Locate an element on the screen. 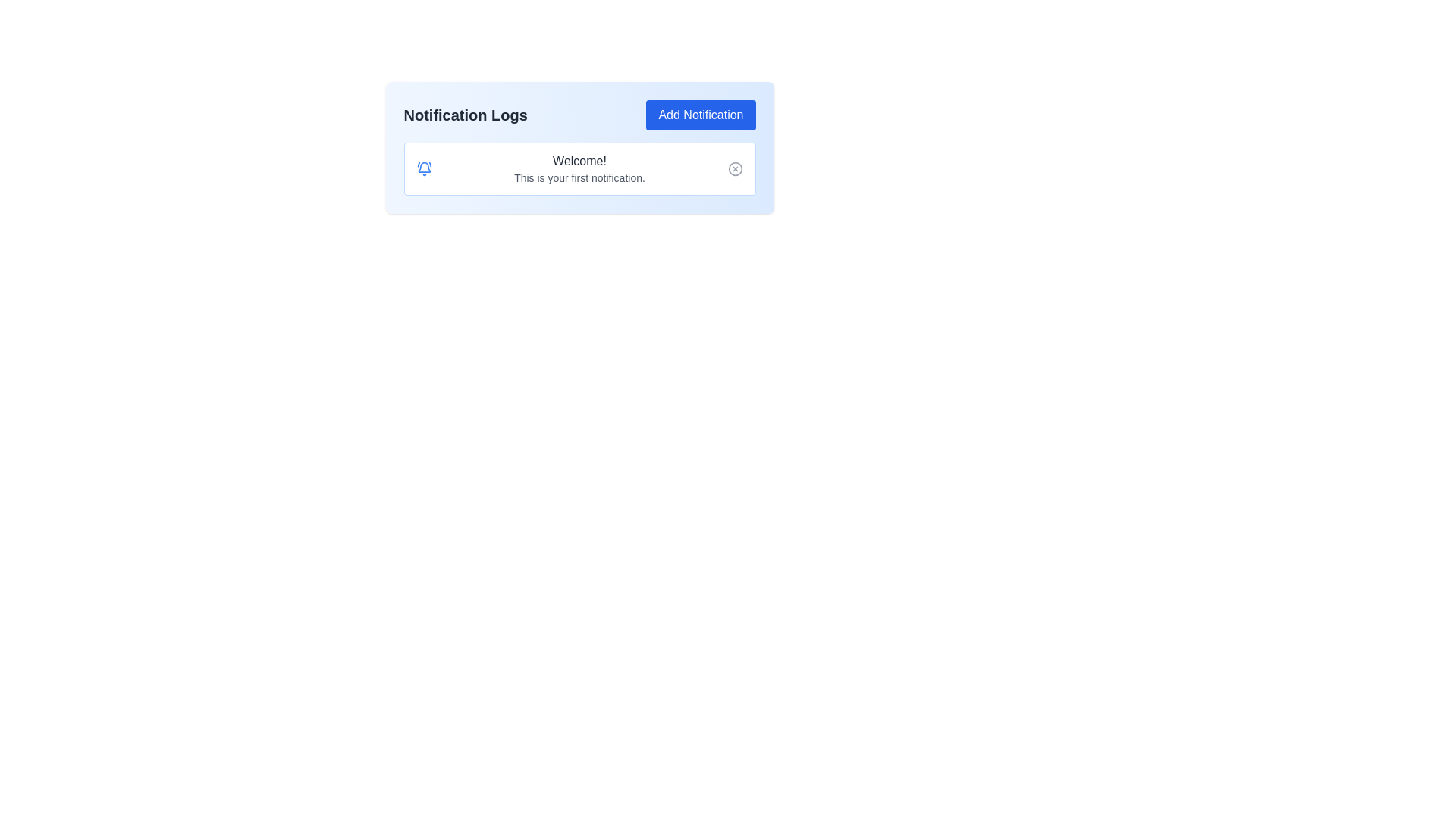 The image size is (1456, 819). the text label displaying 'Welcome!' which is centrally aligned above the sibling text element 'This is your first notification' is located at coordinates (579, 161).